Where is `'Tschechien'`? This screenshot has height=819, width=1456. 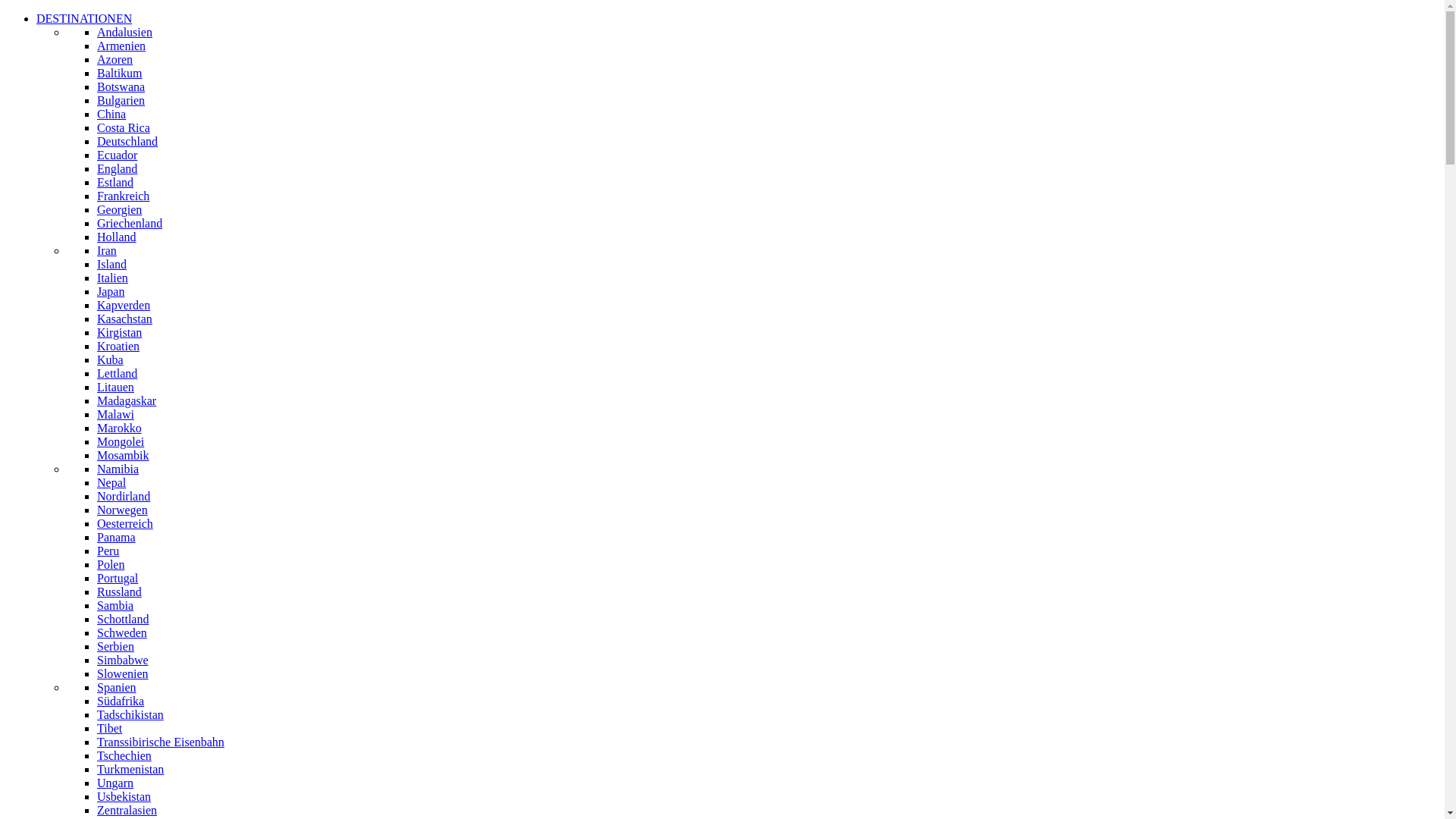 'Tschechien' is located at coordinates (124, 755).